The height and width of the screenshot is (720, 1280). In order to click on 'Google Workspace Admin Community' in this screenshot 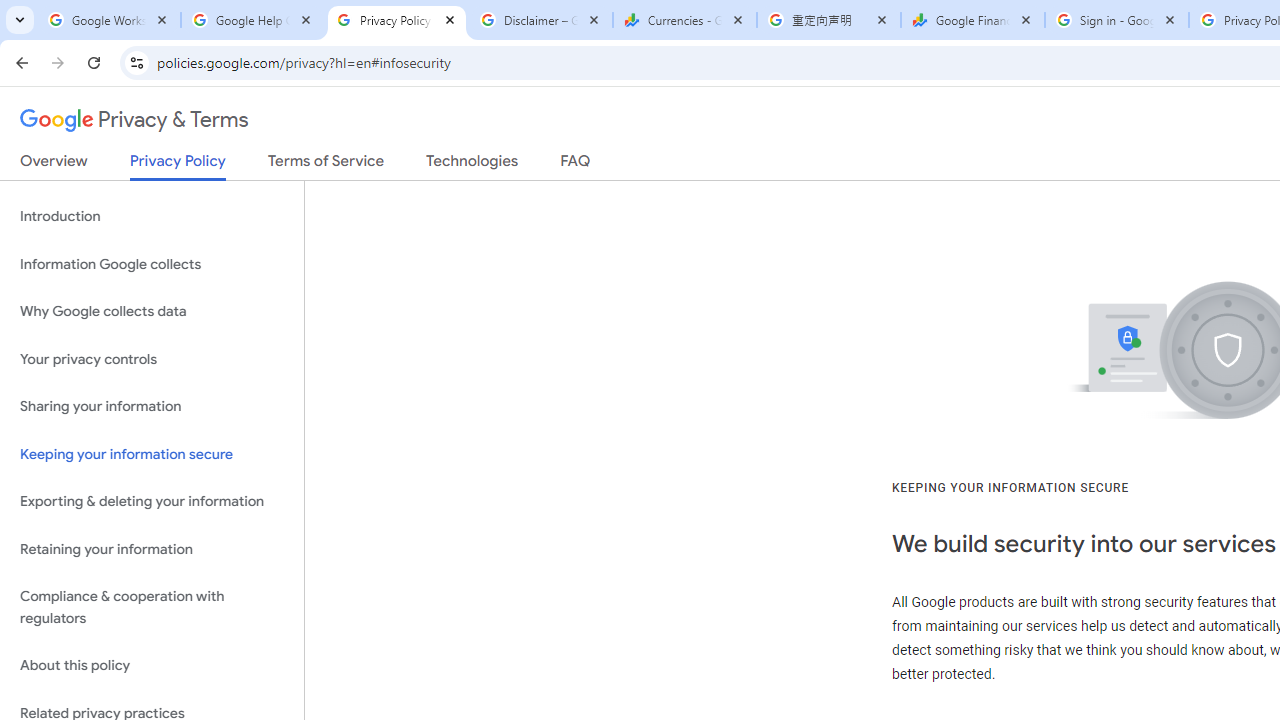, I will do `click(107, 20)`.